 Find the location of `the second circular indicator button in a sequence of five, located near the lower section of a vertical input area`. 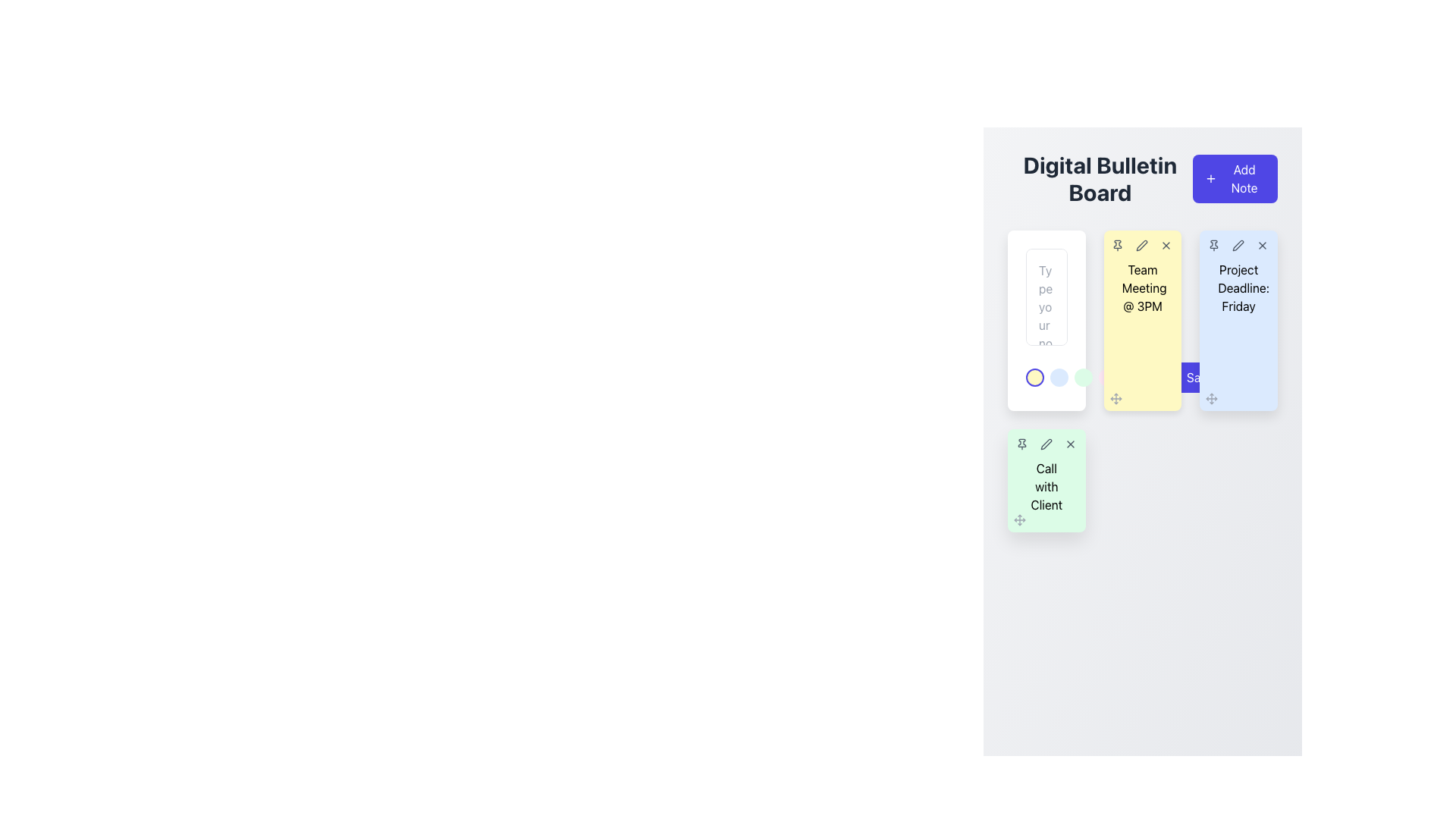

the second circular indicator button in a sequence of five, located near the lower section of a vertical input area is located at coordinates (1058, 376).